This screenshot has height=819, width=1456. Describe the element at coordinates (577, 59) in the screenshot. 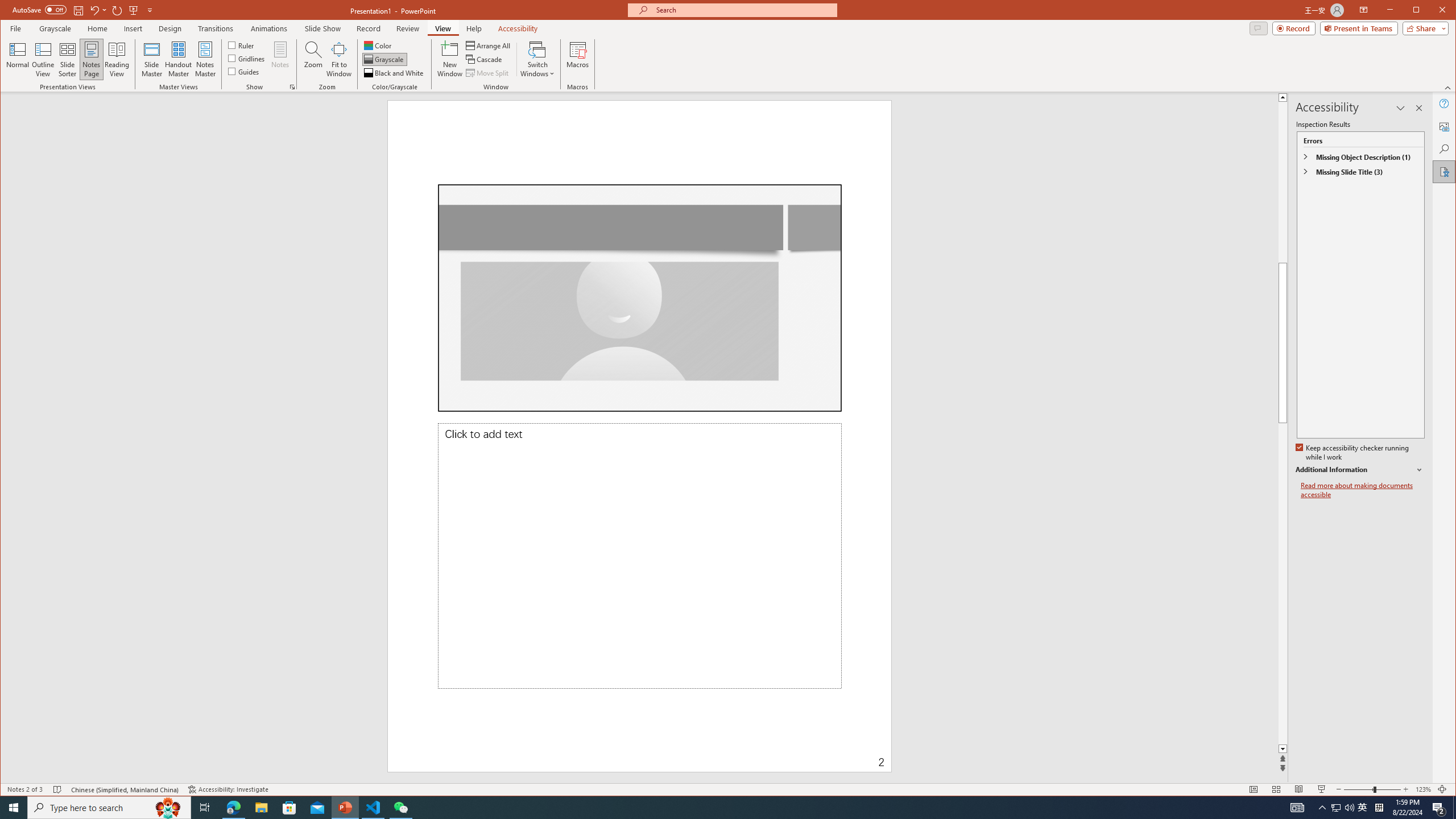

I see `'Macros'` at that location.